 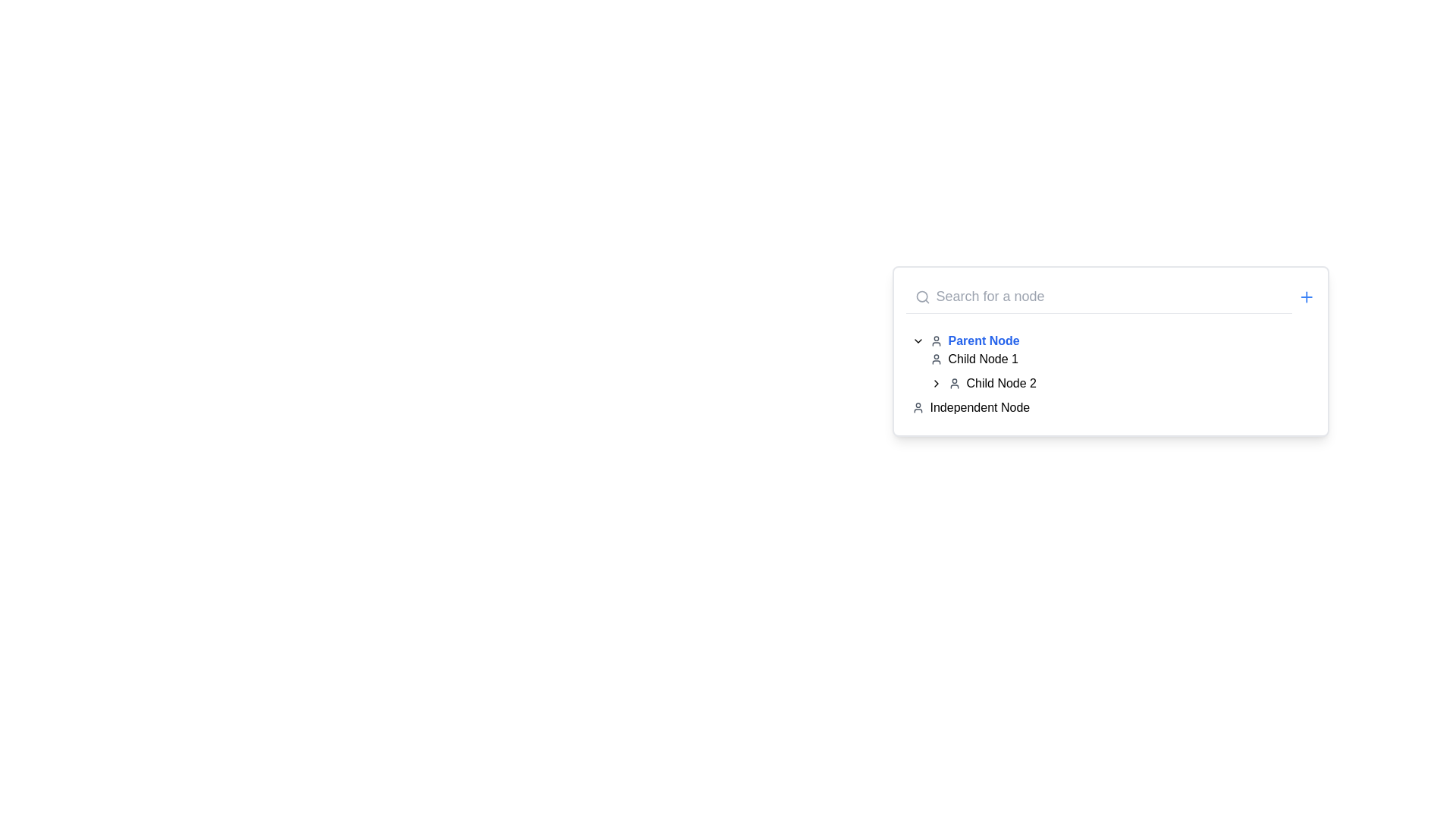 What do you see at coordinates (1306, 297) in the screenshot?
I see `the addition button located on the far-right side of the horizontal bar next to the search input field to observe the color change effect` at bounding box center [1306, 297].